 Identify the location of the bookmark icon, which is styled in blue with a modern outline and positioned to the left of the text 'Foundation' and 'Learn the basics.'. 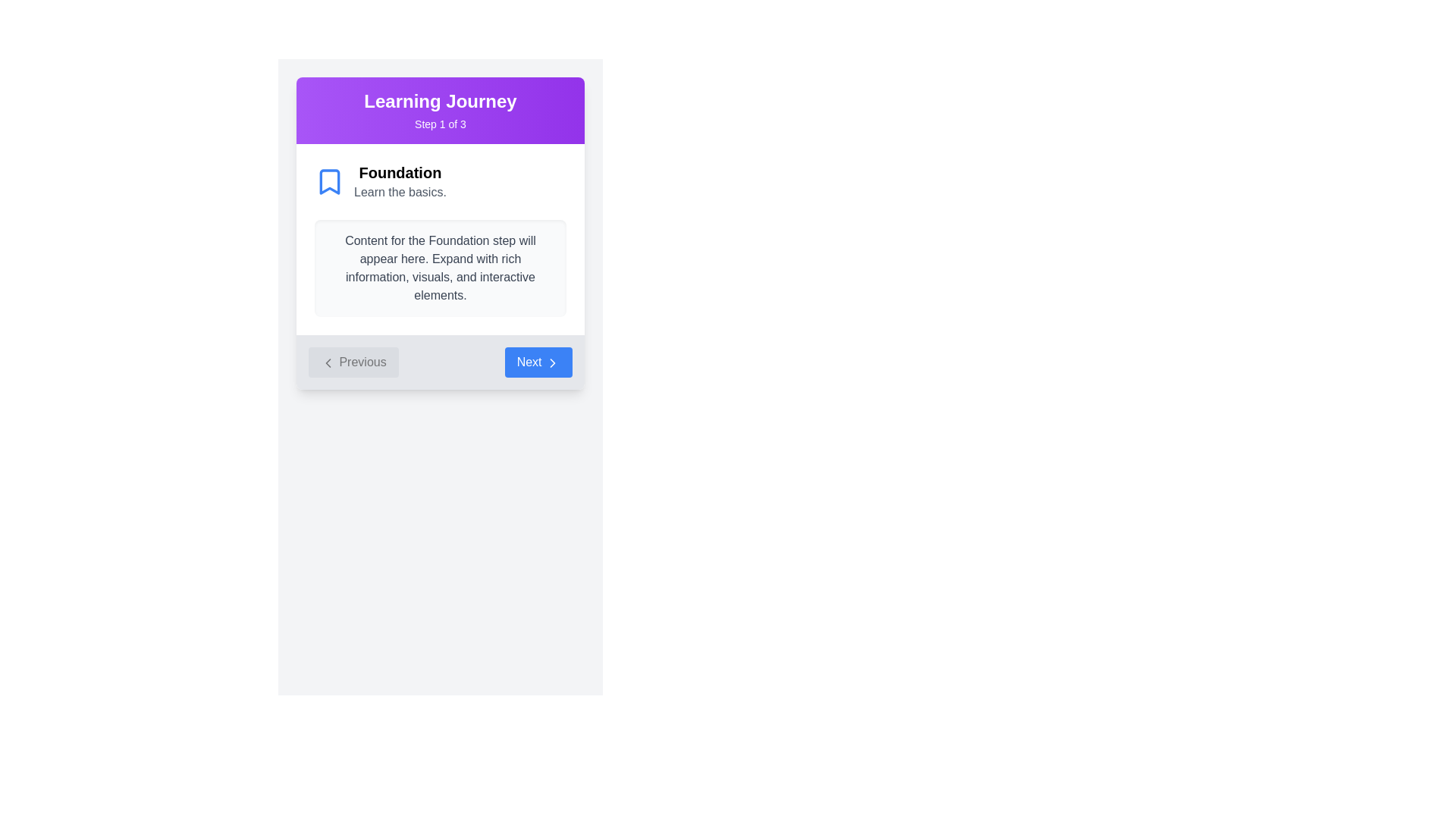
(329, 180).